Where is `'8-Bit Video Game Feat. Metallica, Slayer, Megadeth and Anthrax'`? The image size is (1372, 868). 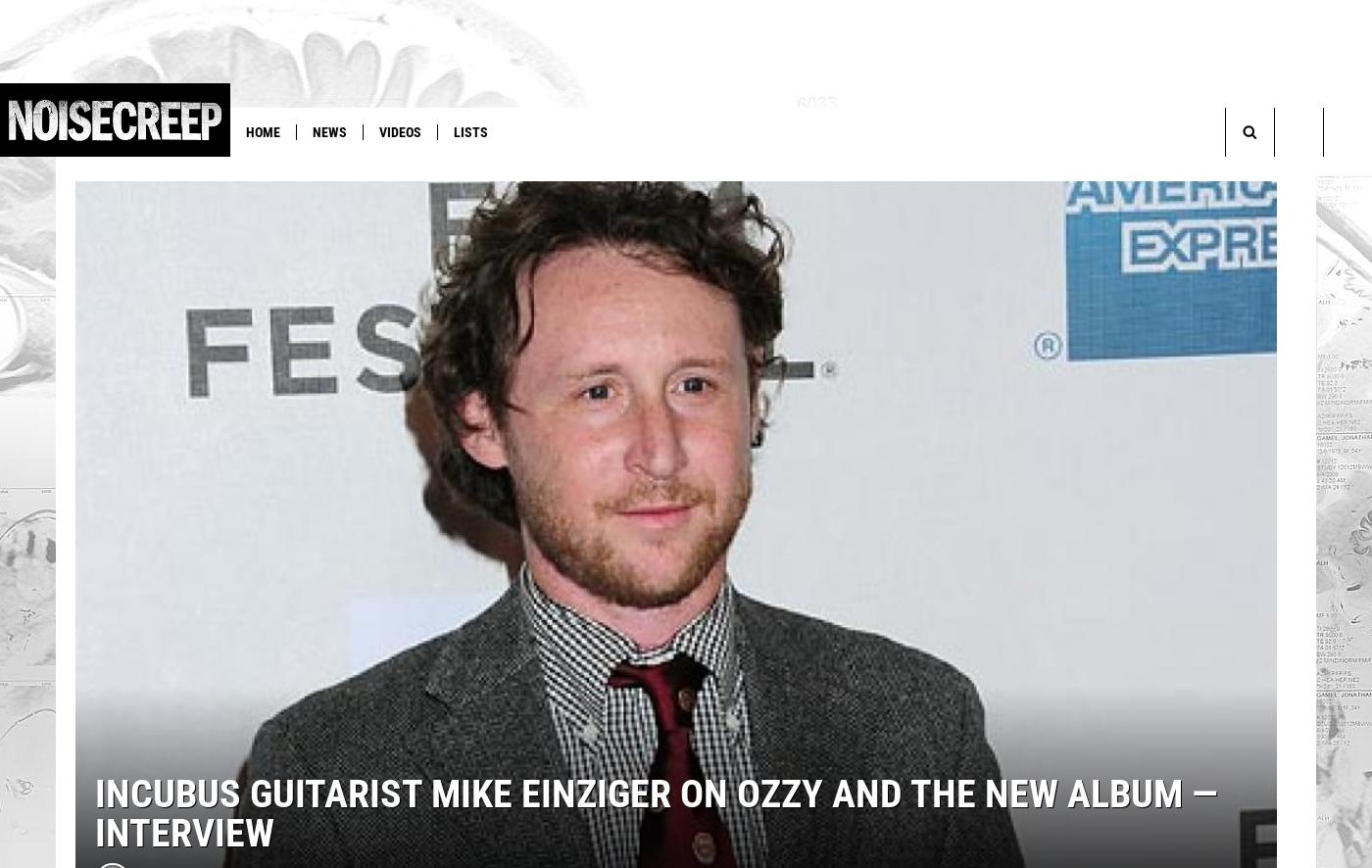
'8-Bit Video Game Feat. Metallica, Slayer, Megadeth and Anthrax' is located at coordinates (860, 170).